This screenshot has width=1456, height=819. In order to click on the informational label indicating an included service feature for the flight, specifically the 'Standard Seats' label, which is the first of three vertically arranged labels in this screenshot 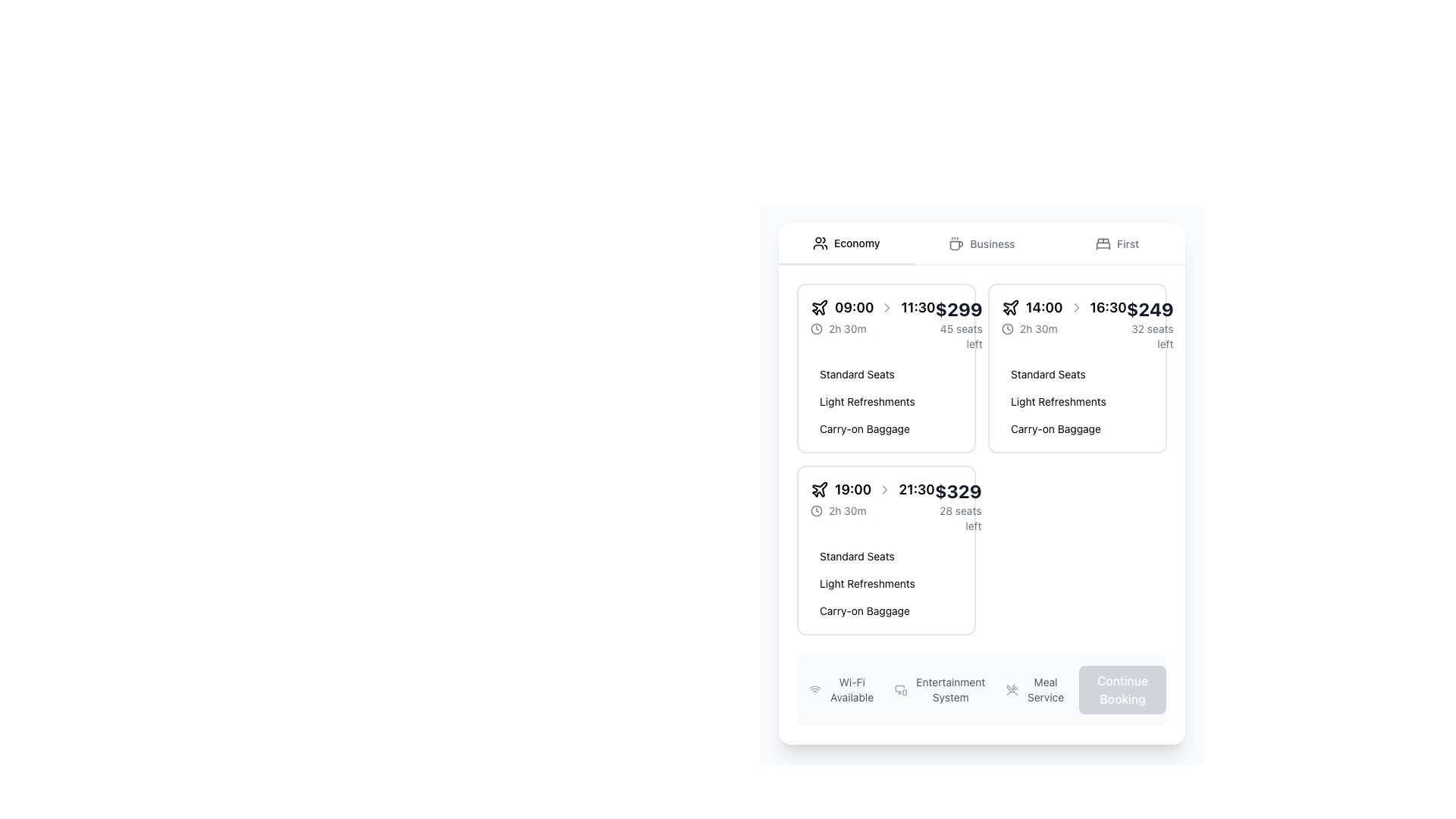, I will do `click(1047, 374)`.